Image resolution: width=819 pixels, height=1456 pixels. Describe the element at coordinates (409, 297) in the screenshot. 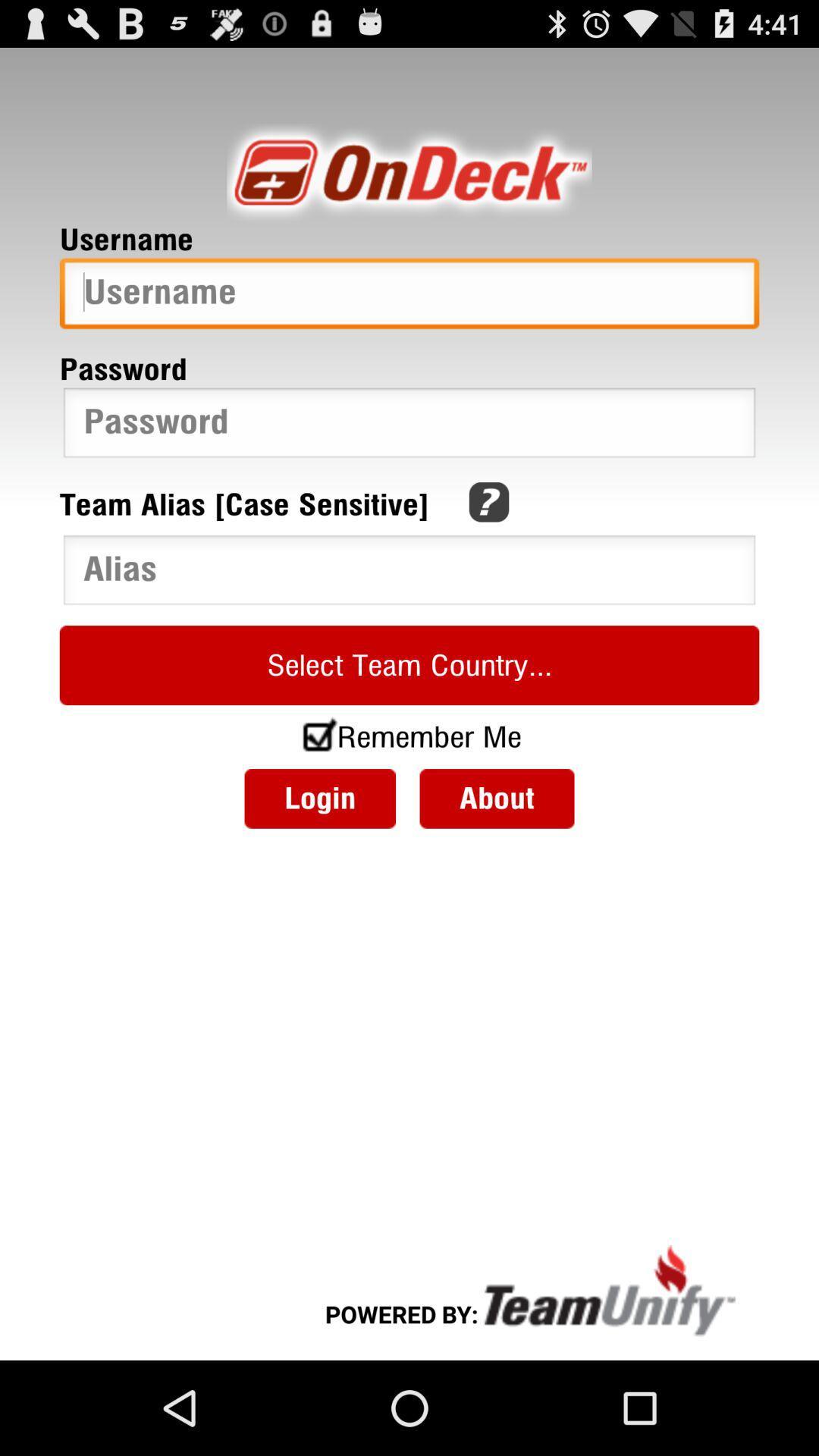

I see `username` at that location.